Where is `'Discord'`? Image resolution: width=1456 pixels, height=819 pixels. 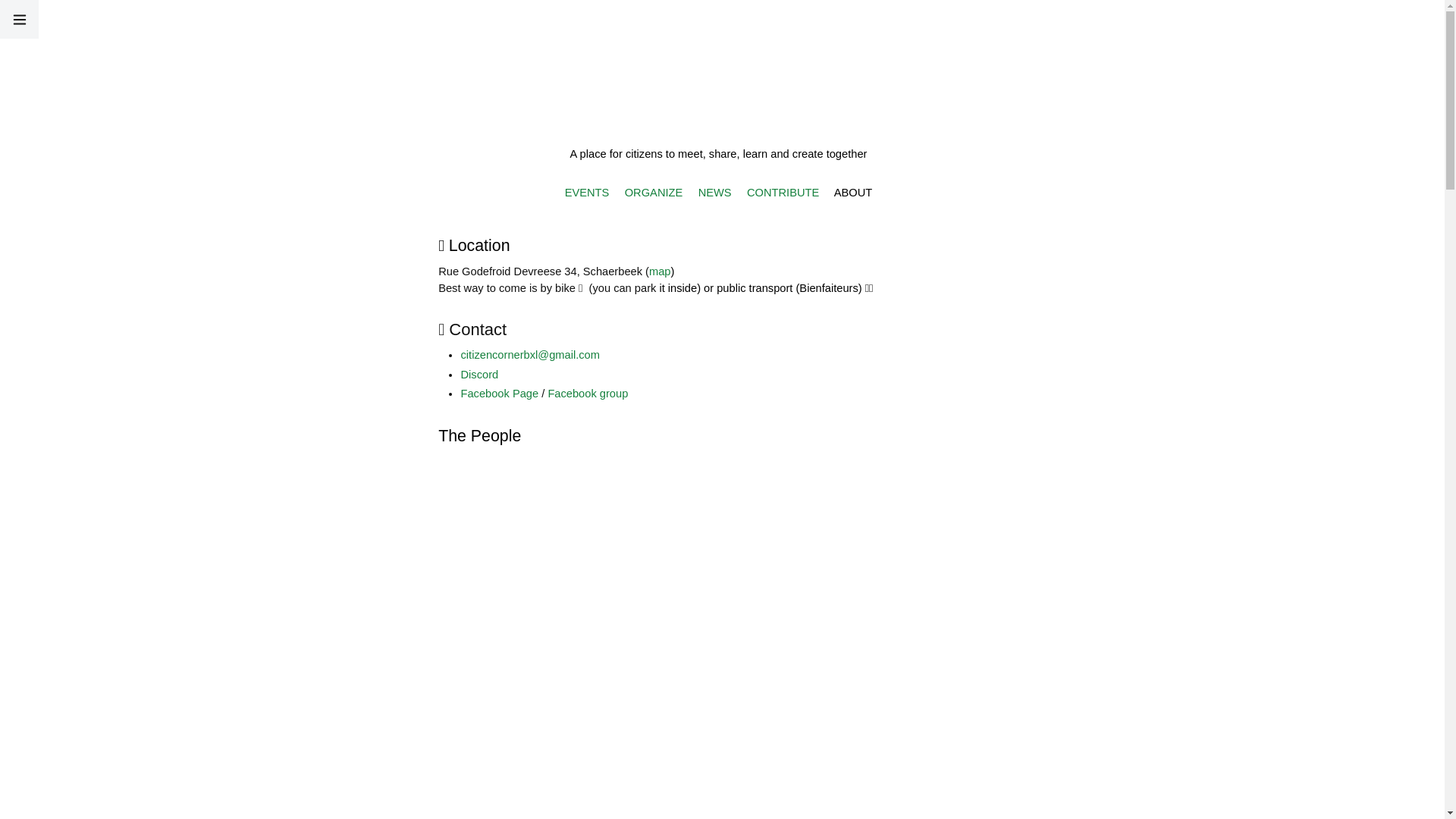 'Discord' is located at coordinates (479, 374).